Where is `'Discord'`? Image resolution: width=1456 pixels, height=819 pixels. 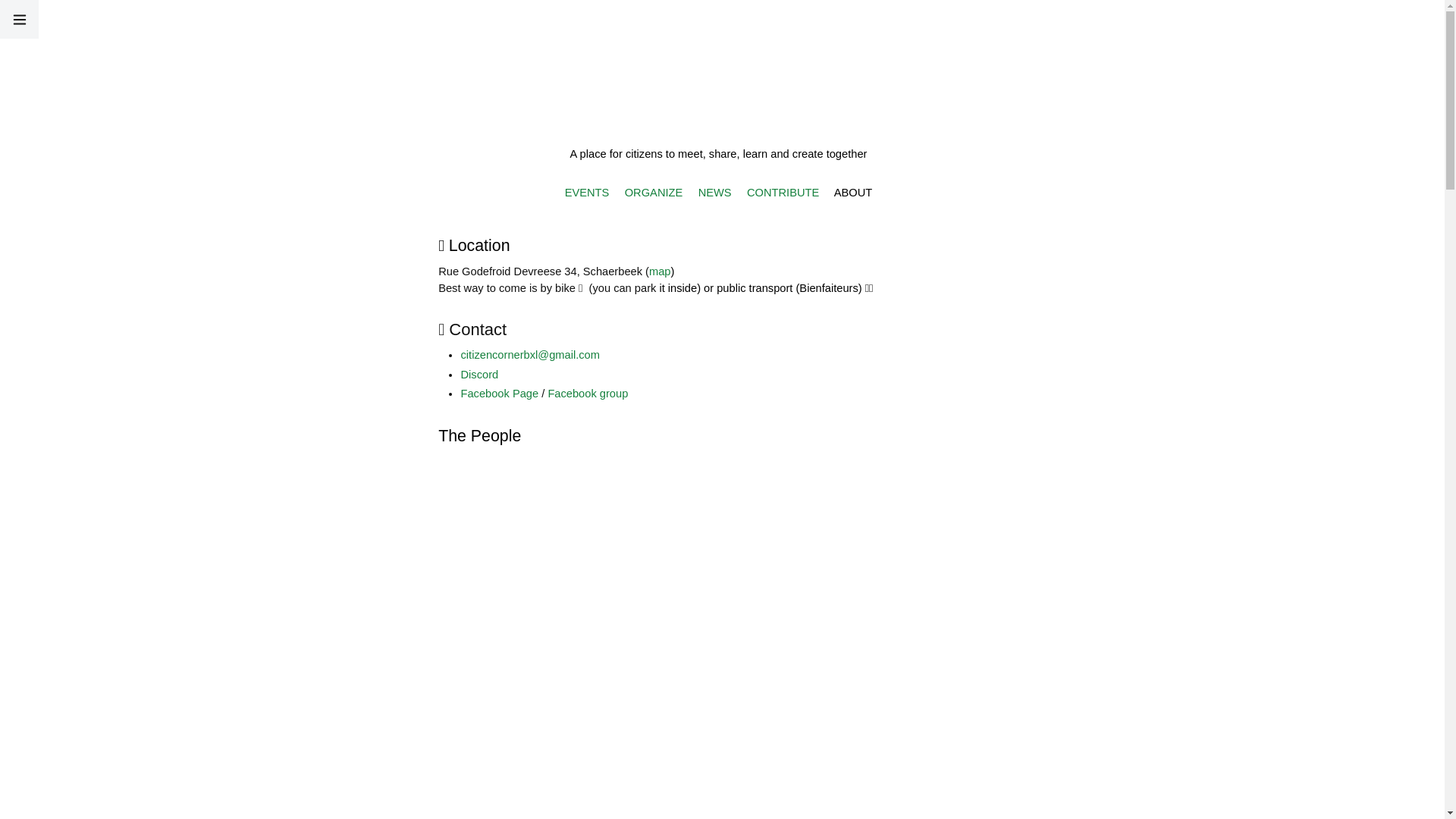 'Discord' is located at coordinates (479, 374).